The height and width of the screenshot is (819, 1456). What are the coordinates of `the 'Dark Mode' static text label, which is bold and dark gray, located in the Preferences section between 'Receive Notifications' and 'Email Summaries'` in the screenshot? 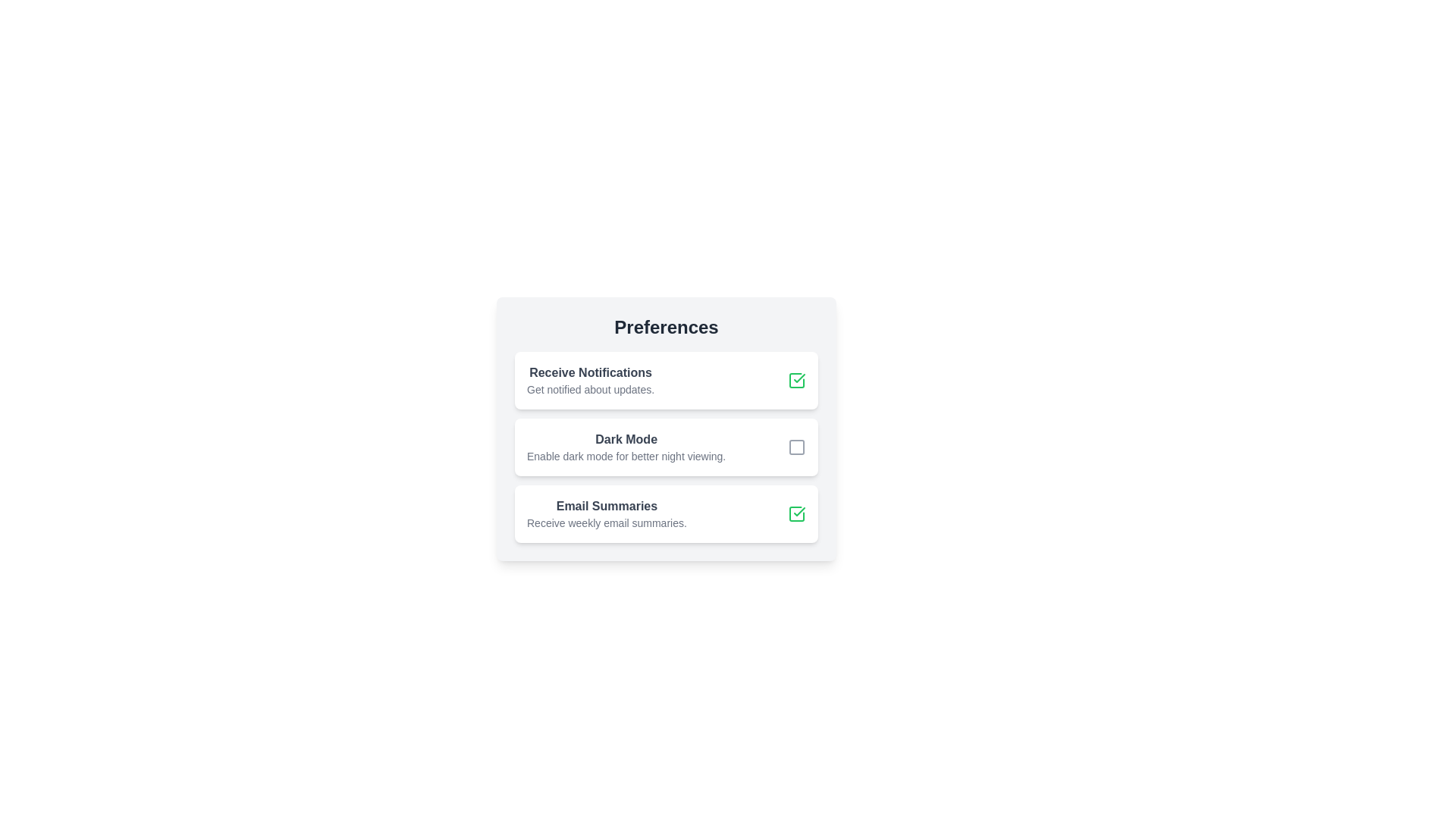 It's located at (626, 439).